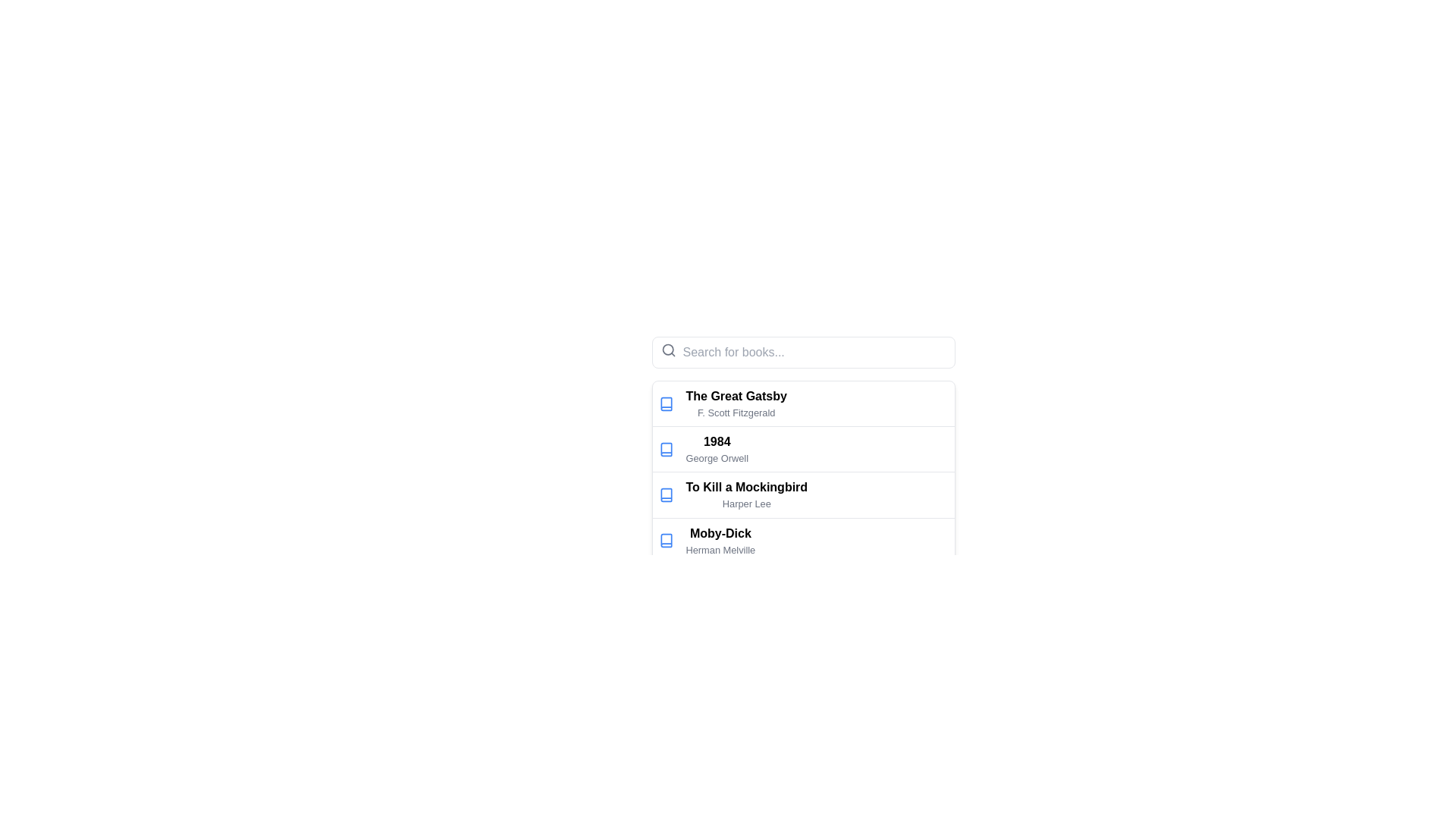 Image resolution: width=1456 pixels, height=819 pixels. Describe the element at coordinates (666, 540) in the screenshot. I see `the icon representing 'Moby-Dick' by Herman Melville, located at the top-left corner of its row` at that location.